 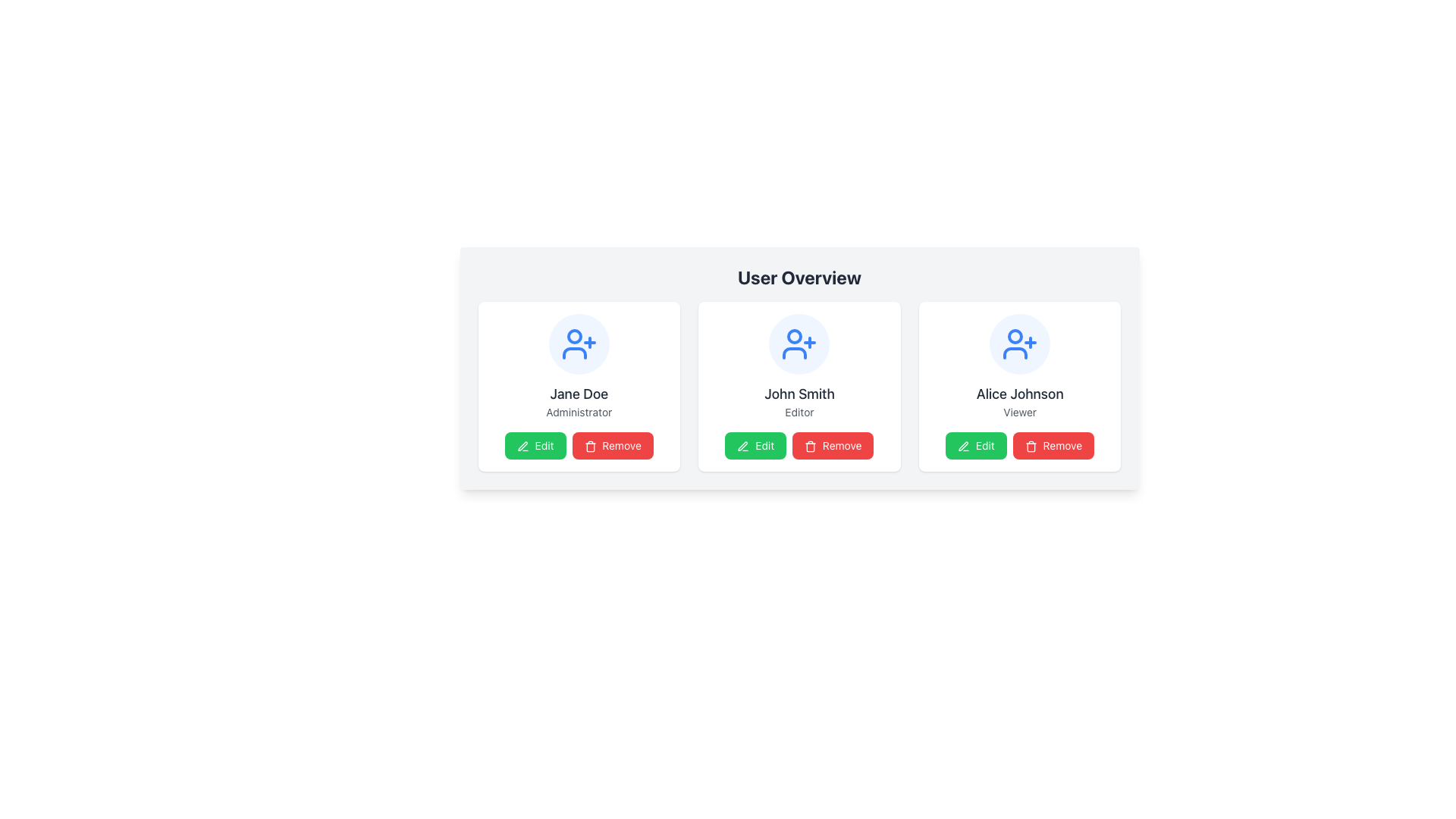 What do you see at coordinates (799, 412) in the screenshot?
I see `the small text label reading 'Editor', which is styled in gray font and located below the name 'John Smith' and above the buttons 'Edit' and 'Remove'` at bounding box center [799, 412].